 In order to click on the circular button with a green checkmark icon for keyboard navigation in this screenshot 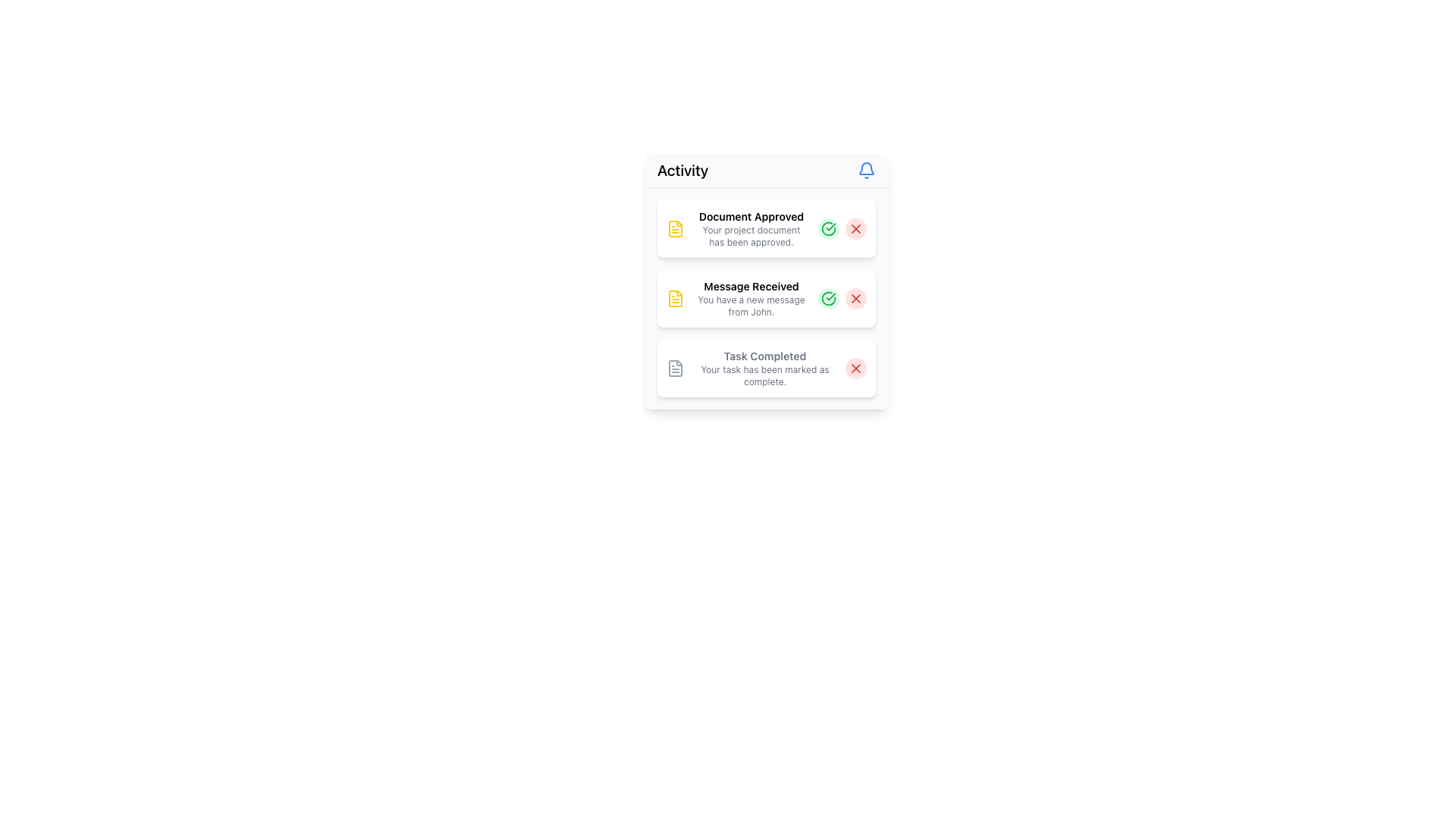, I will do `click(828, 228)`.